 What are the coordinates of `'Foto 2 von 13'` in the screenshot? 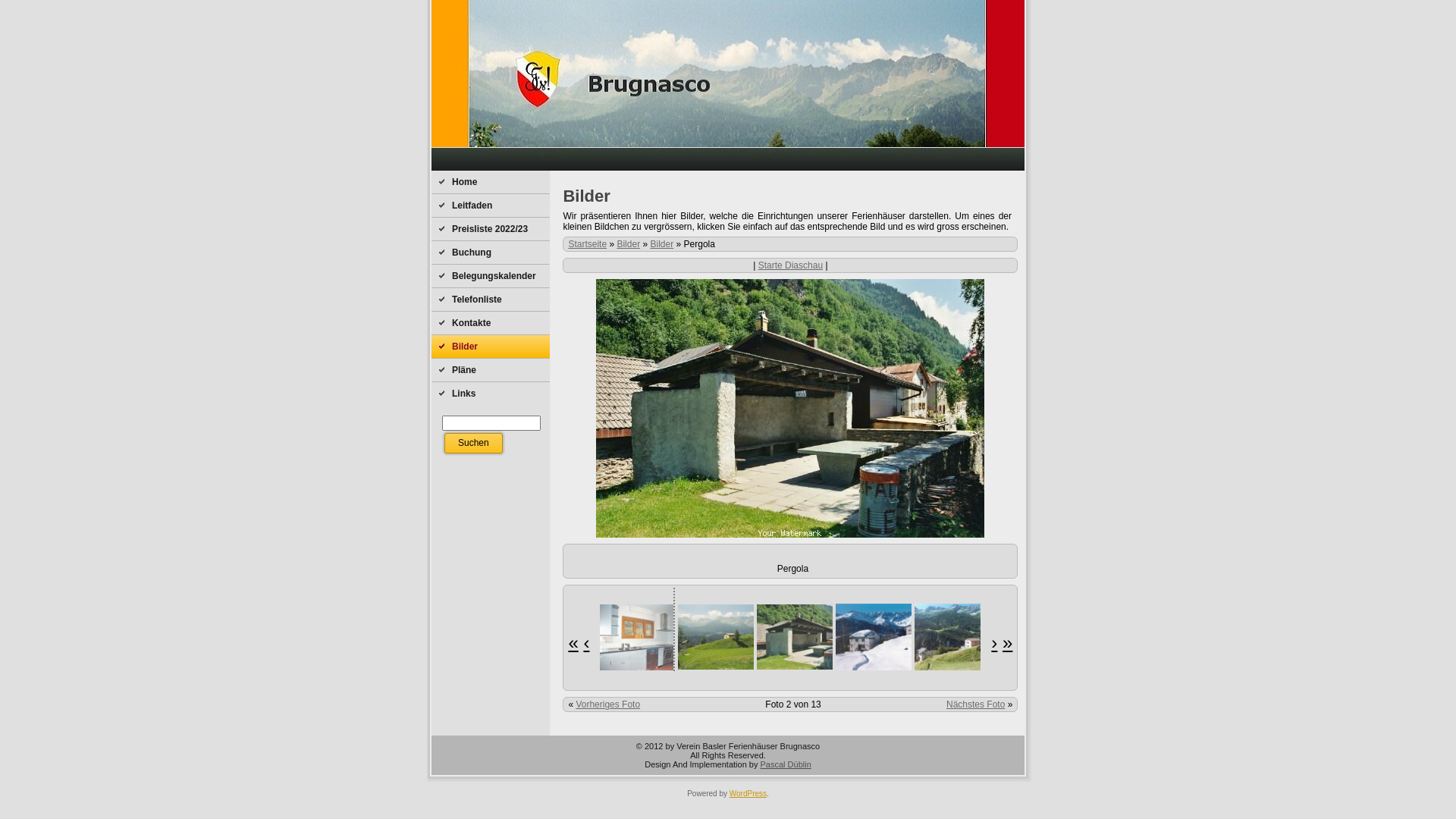 It's located at (764, 704).